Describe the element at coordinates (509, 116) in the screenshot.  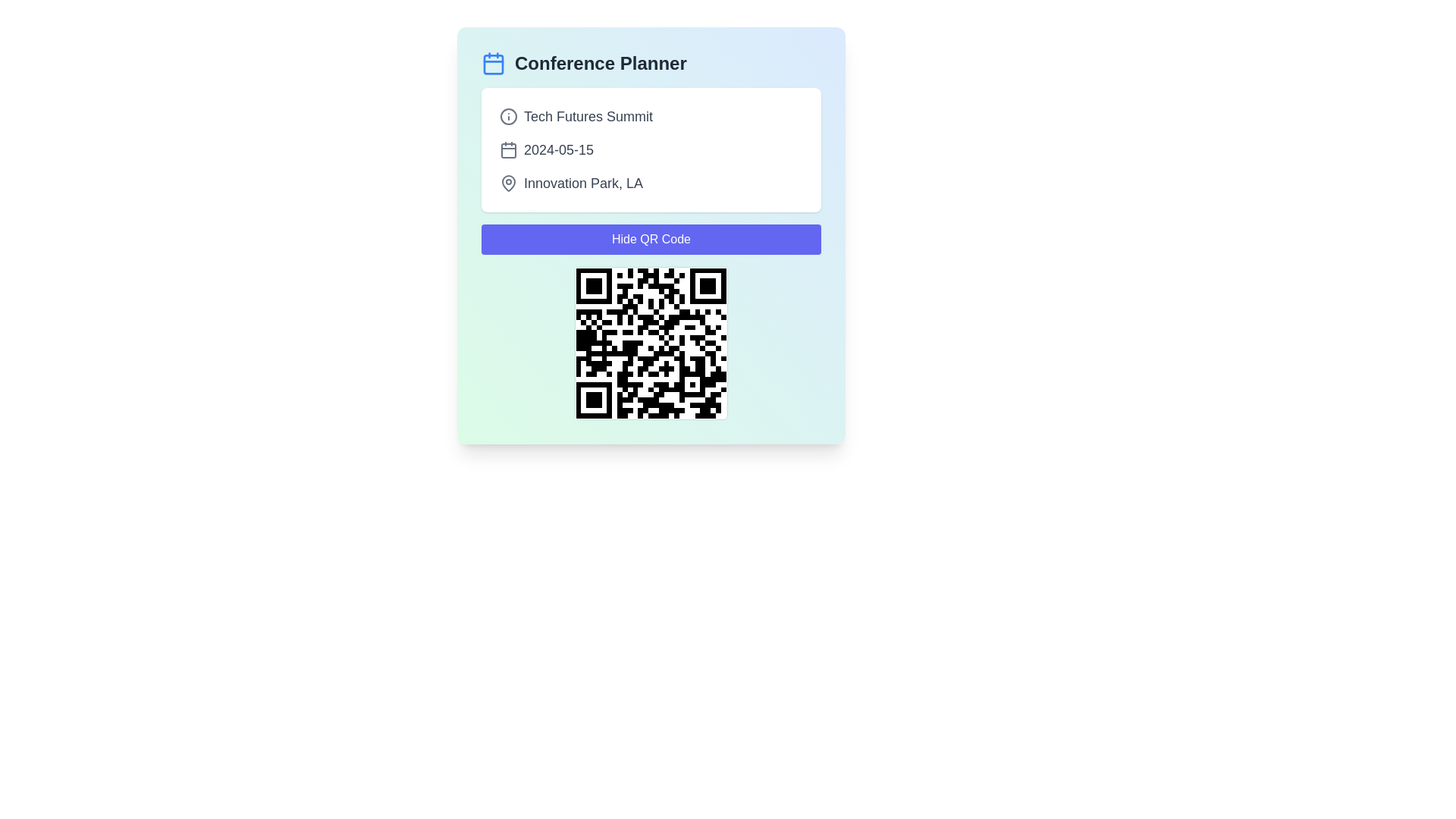
I see `the information icon located at the left-most edge of the content group, preceding the text 'Tech Futures Summit'` at that location.